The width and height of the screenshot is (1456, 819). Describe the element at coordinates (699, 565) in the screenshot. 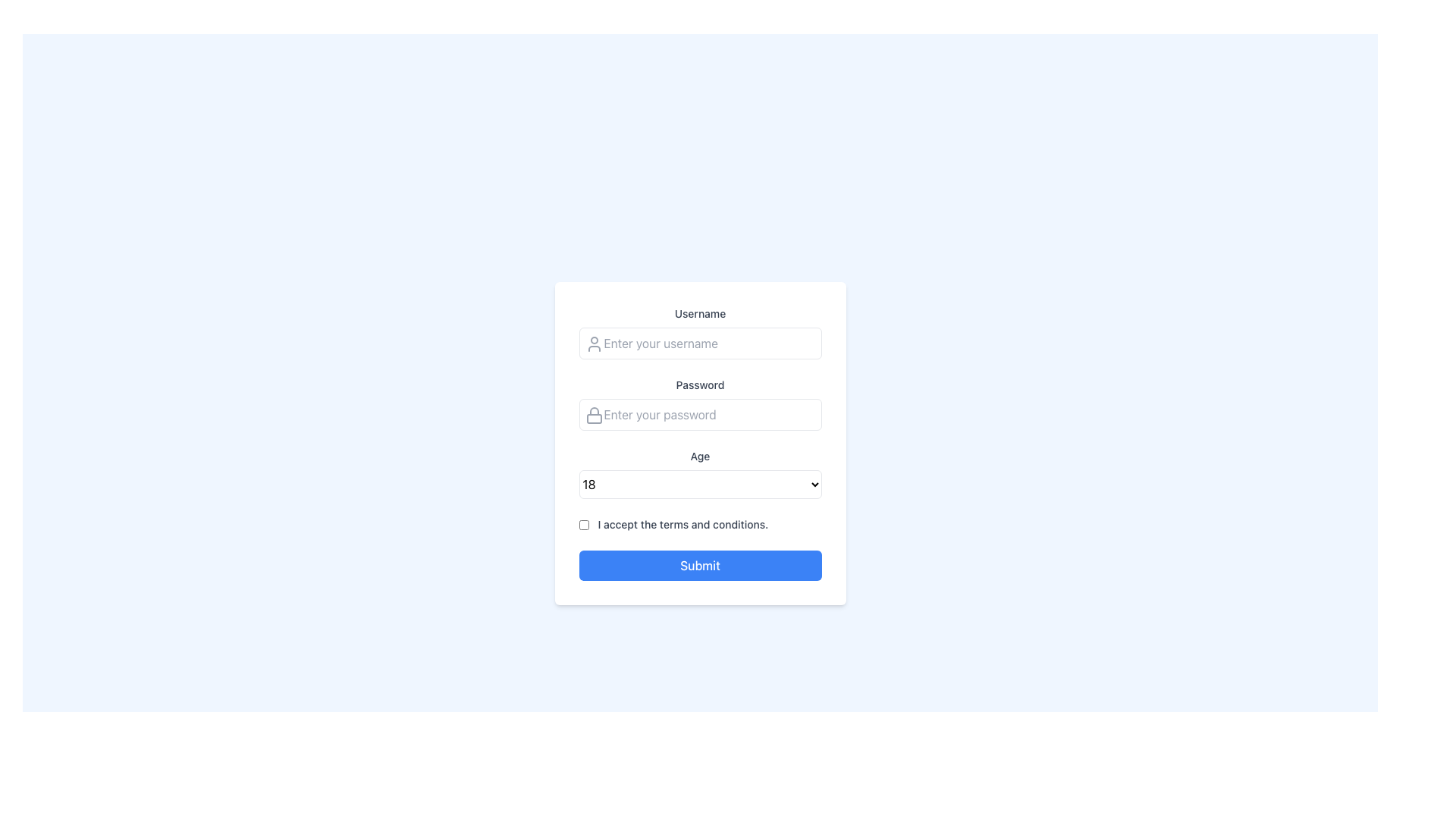

I see `the submission button located at the bottom section of the centered card-style form interface` at that location.